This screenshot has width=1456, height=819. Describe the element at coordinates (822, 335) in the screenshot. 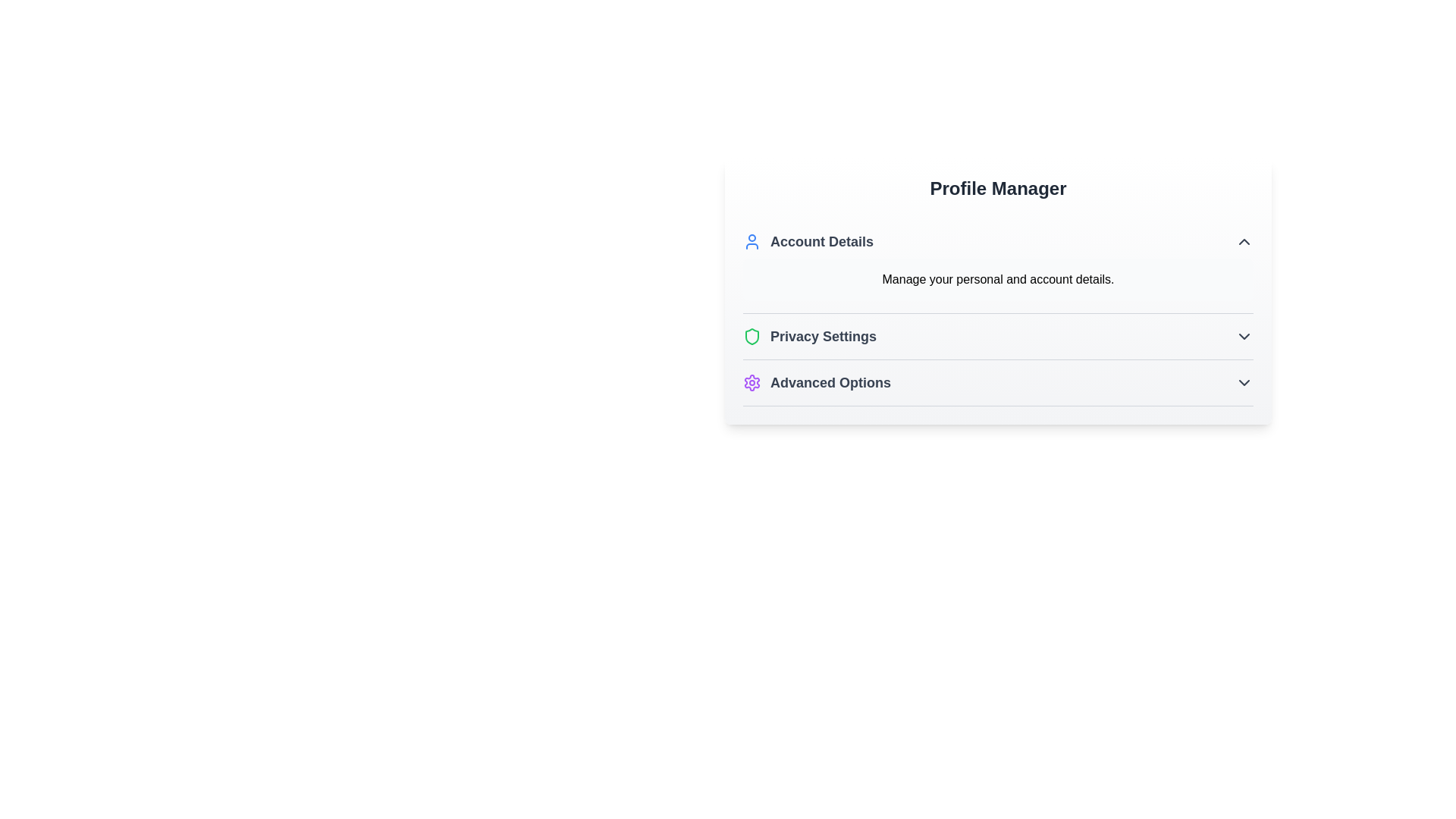

I see `the 'Privacy Settings' text label, which is styled in bold, dark text and is the second item in the vertical list of menu options within the 'Profile Manager' section` at that location.